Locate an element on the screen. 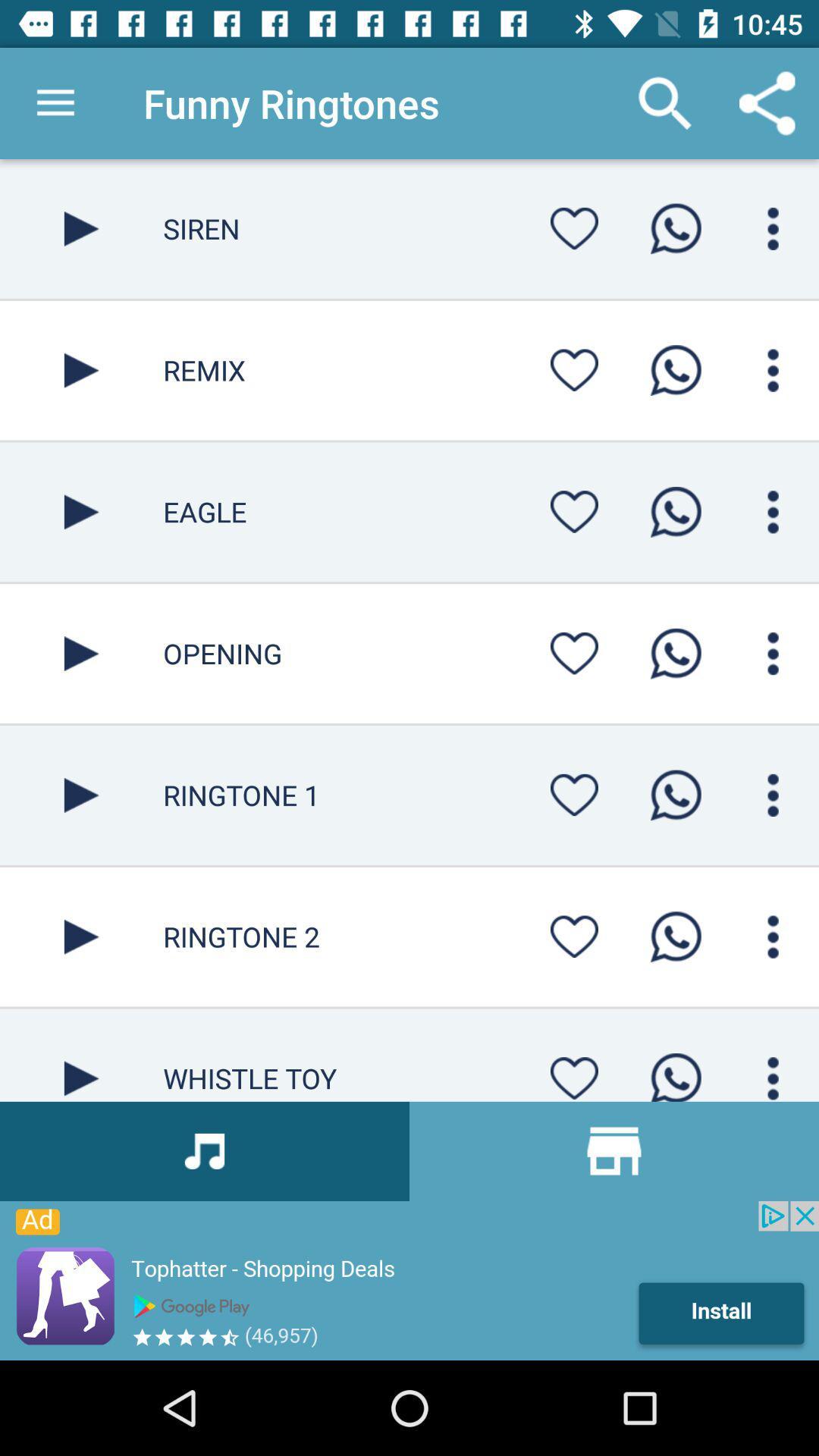  call button is located at coordinates (675, 1072).